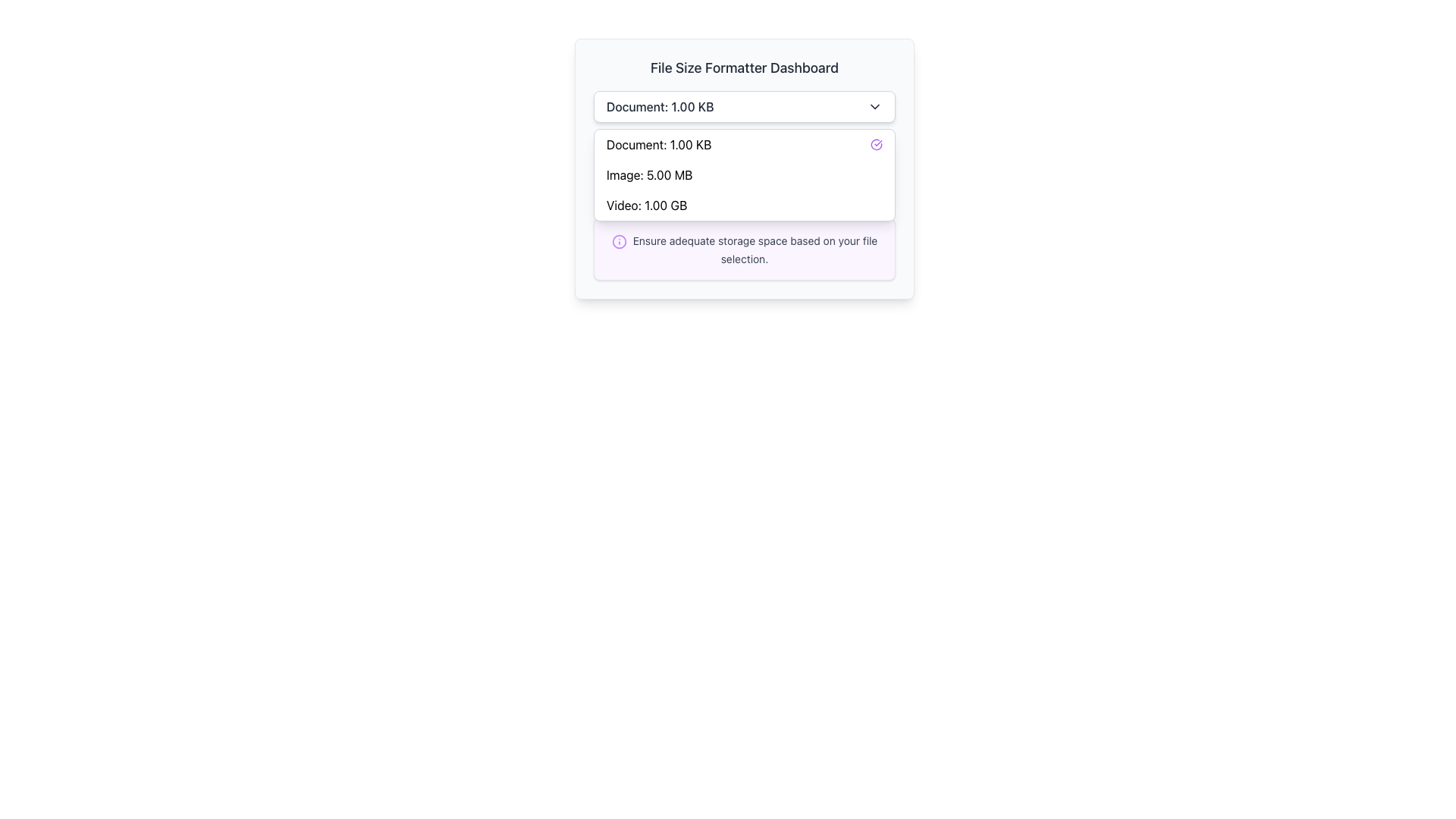 The image size is (1456, 819). Describe the element at coordinates (745, 174) in the screenshot. I see `the second item in the informational list displaying file categories, which is labeled 'Image: 5.00 MB'` at that location.